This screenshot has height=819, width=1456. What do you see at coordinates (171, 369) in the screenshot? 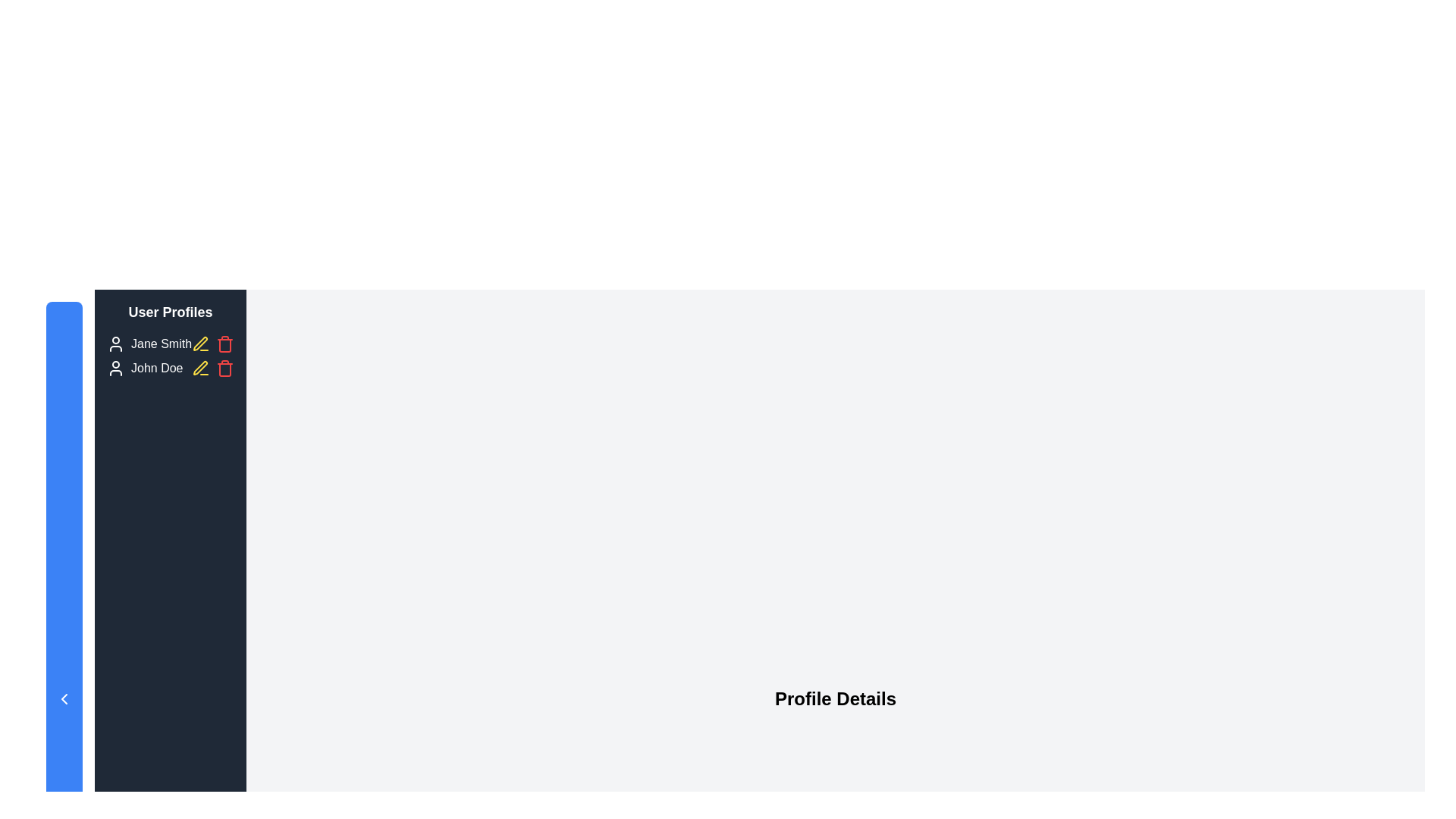
I see `the user profile entry for John Doe` at bounding box center [171, 369].